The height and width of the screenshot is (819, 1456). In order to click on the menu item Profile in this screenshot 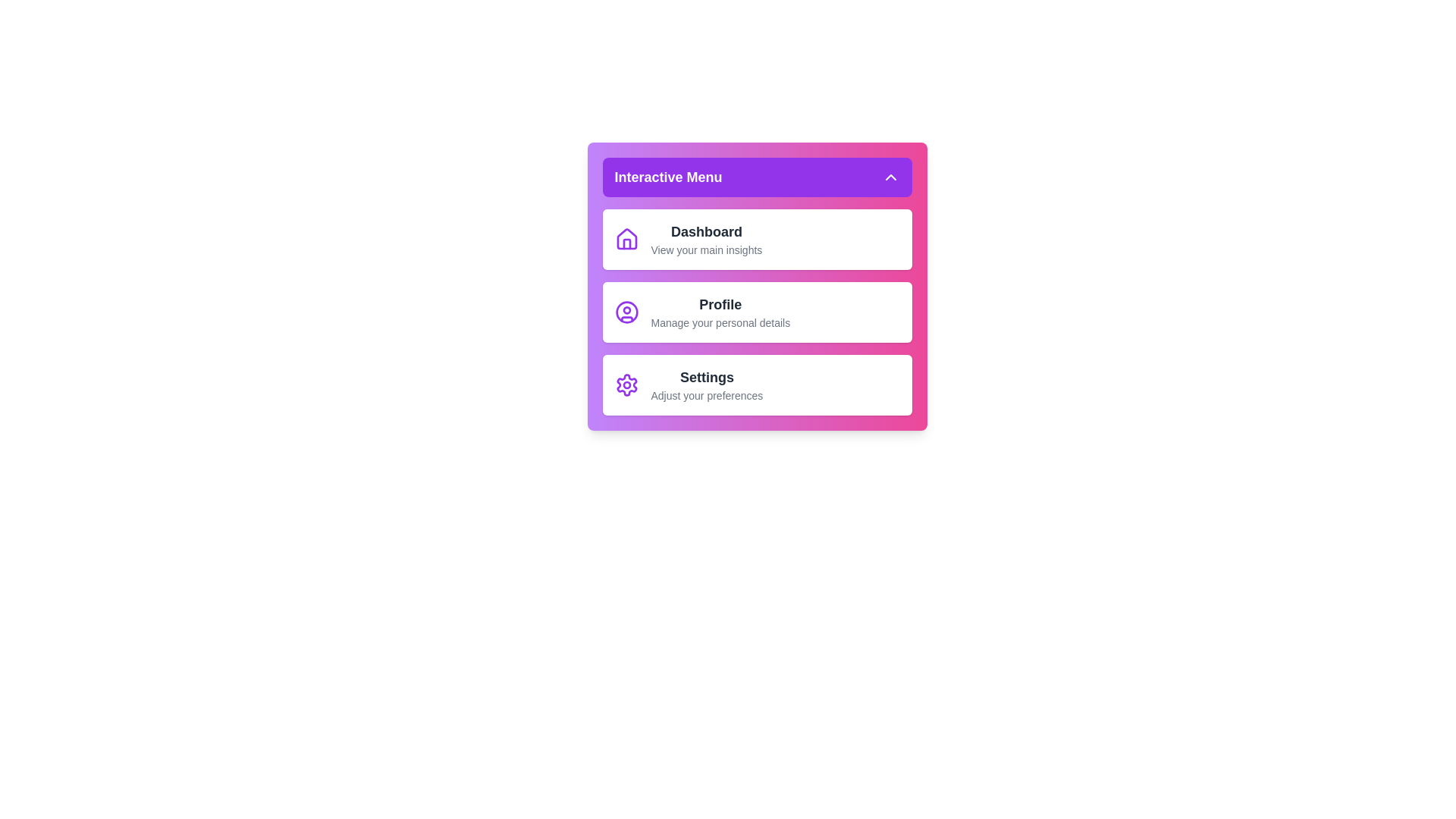, I will do `click(757, 312)`.